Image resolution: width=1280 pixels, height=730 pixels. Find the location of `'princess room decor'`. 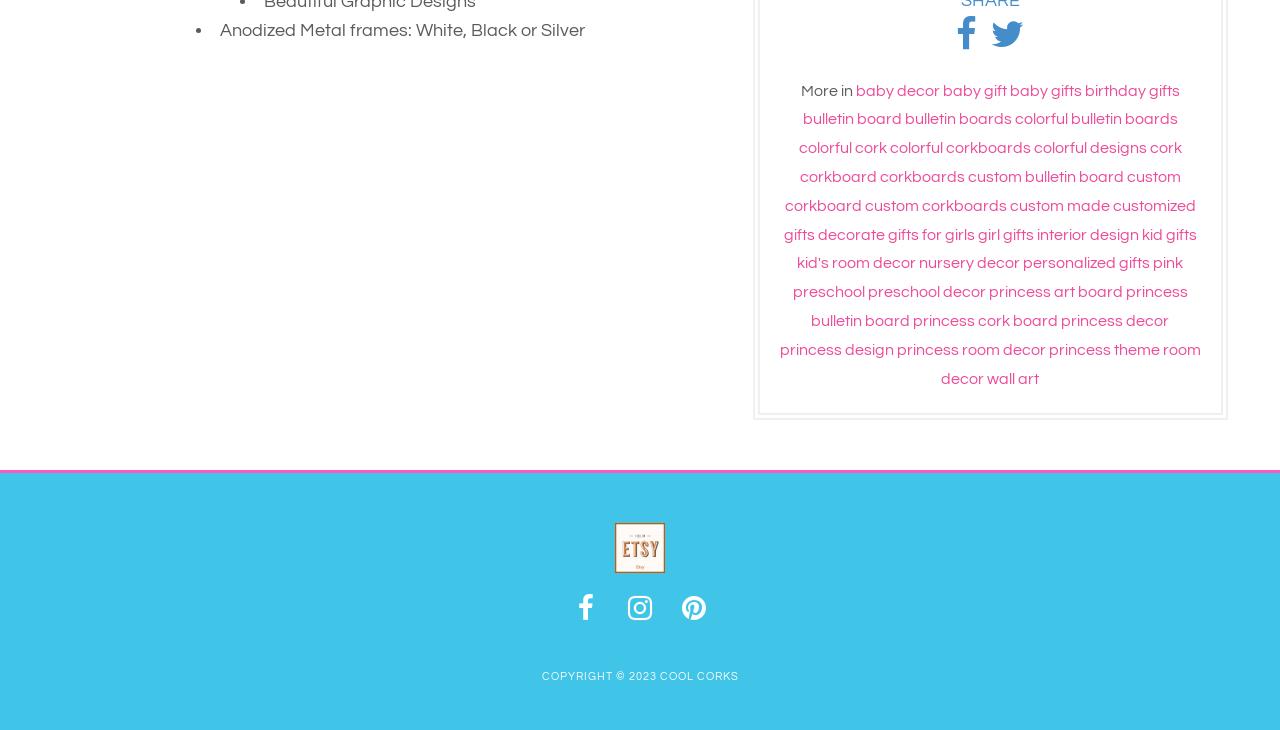

'princess room decor' is located at coordinates (970, 349).